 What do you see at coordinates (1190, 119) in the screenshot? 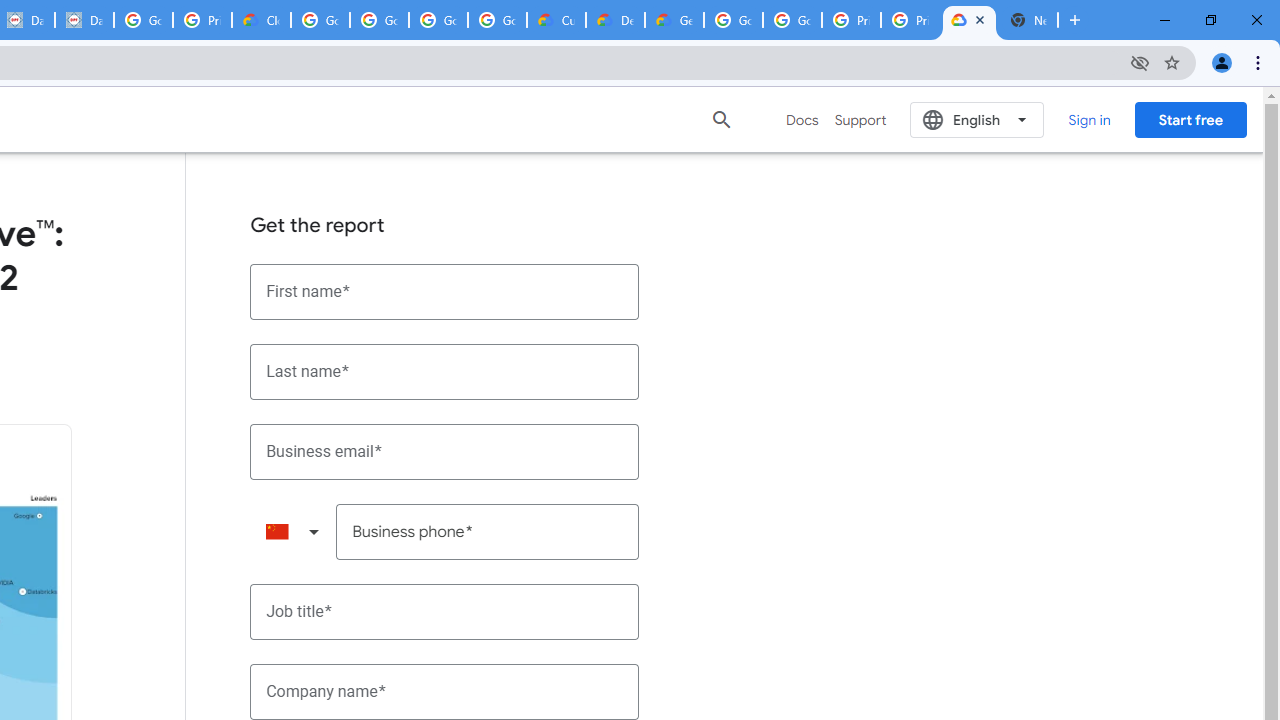
I see `'Start free'` at bounding box center [1190, 119].